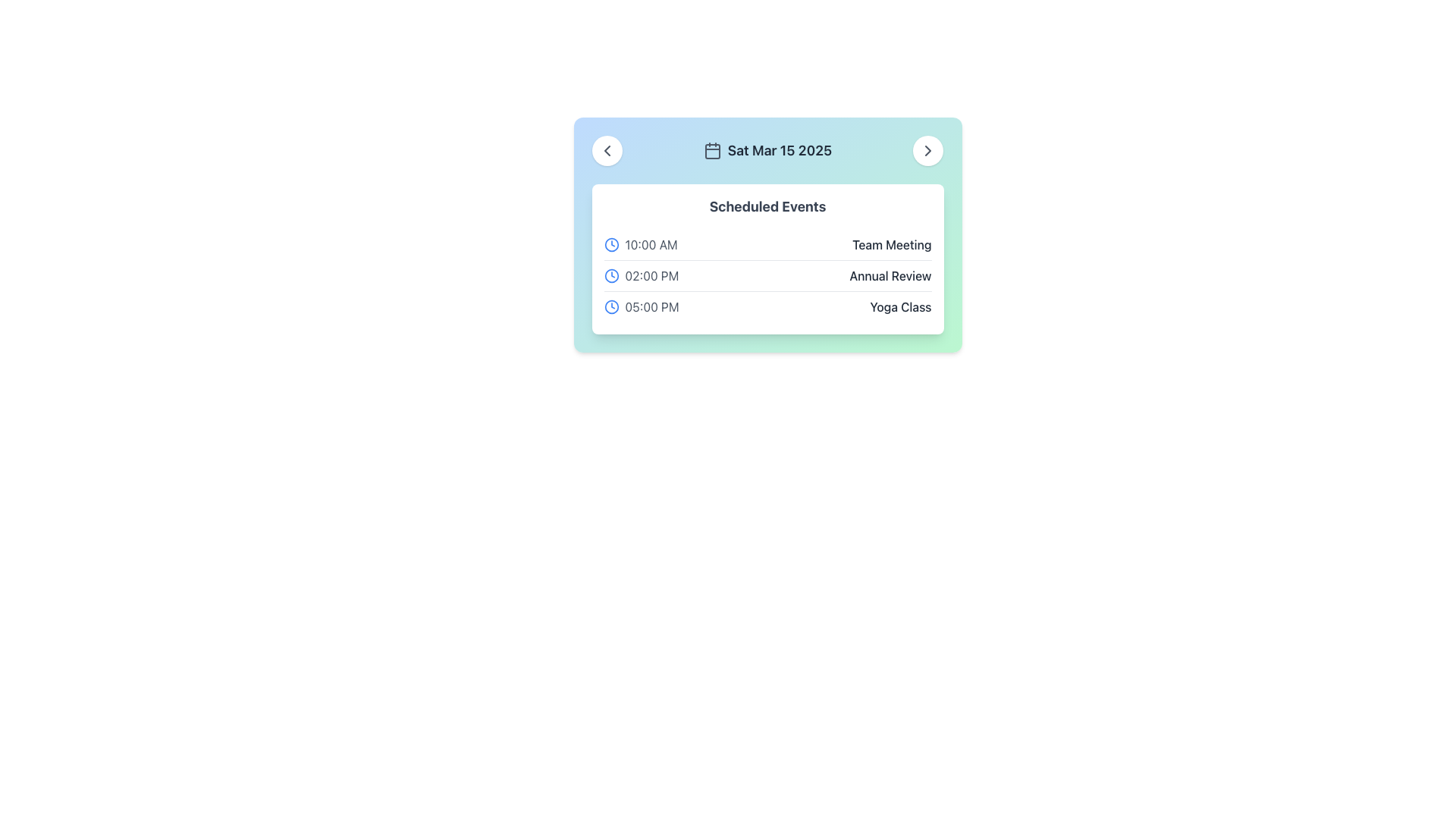 The image size is (1456, 819). Describe the element at coordinates (927, 151) in the screenshot. I see `the circular button with a right-pointing chevron icon located at the top-right corner of the header section` at that location.